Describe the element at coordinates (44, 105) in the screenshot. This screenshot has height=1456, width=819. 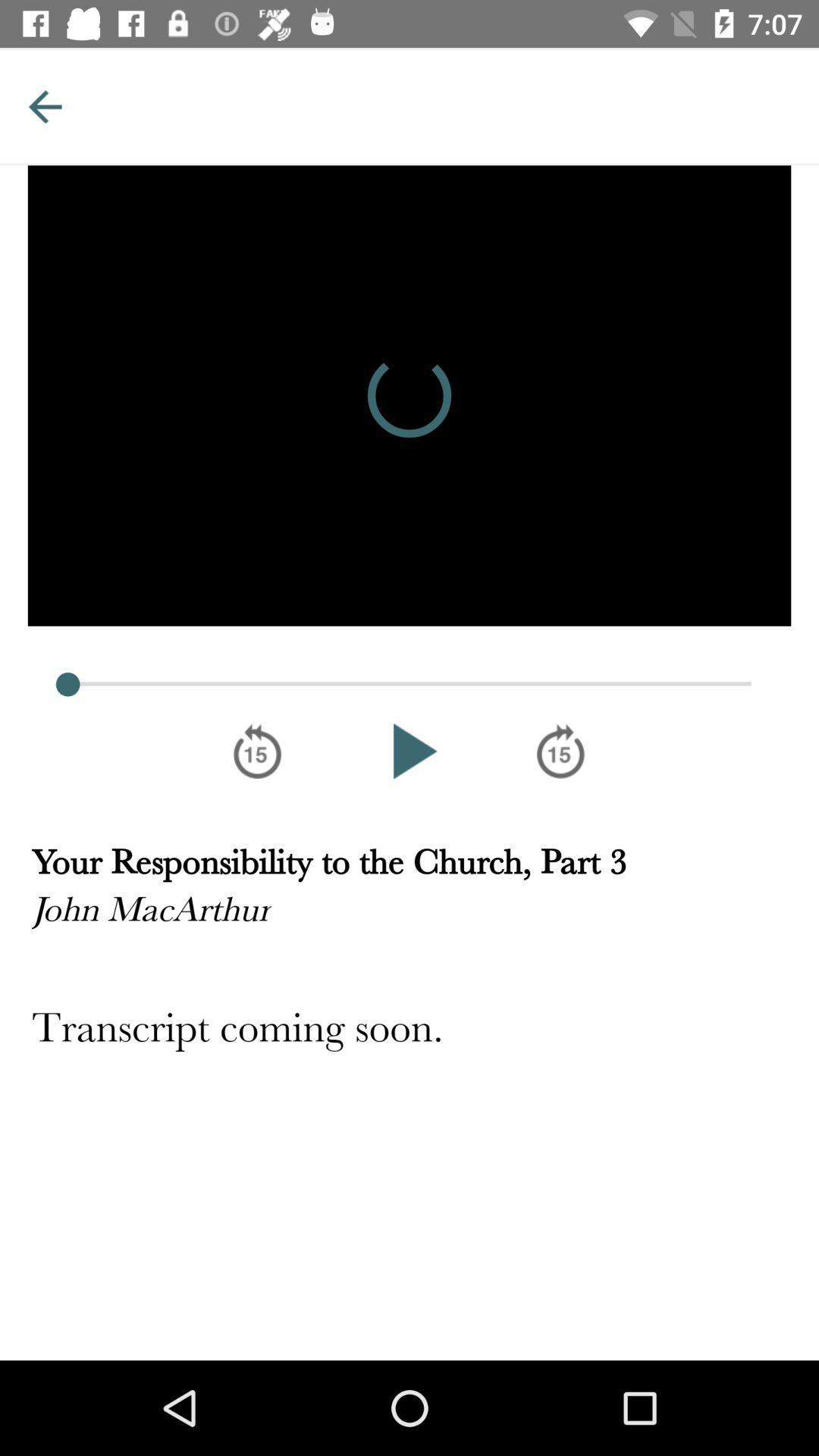
I see `item at the top left corner` at that location.